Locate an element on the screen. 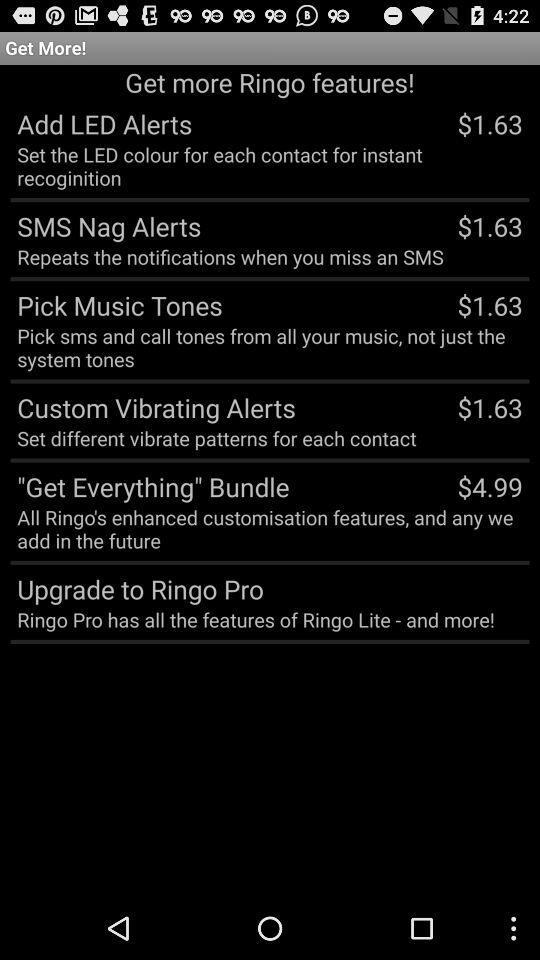 This screenshot has height=960, width=540. app below pick music tones is located at coordinates (270, 347).